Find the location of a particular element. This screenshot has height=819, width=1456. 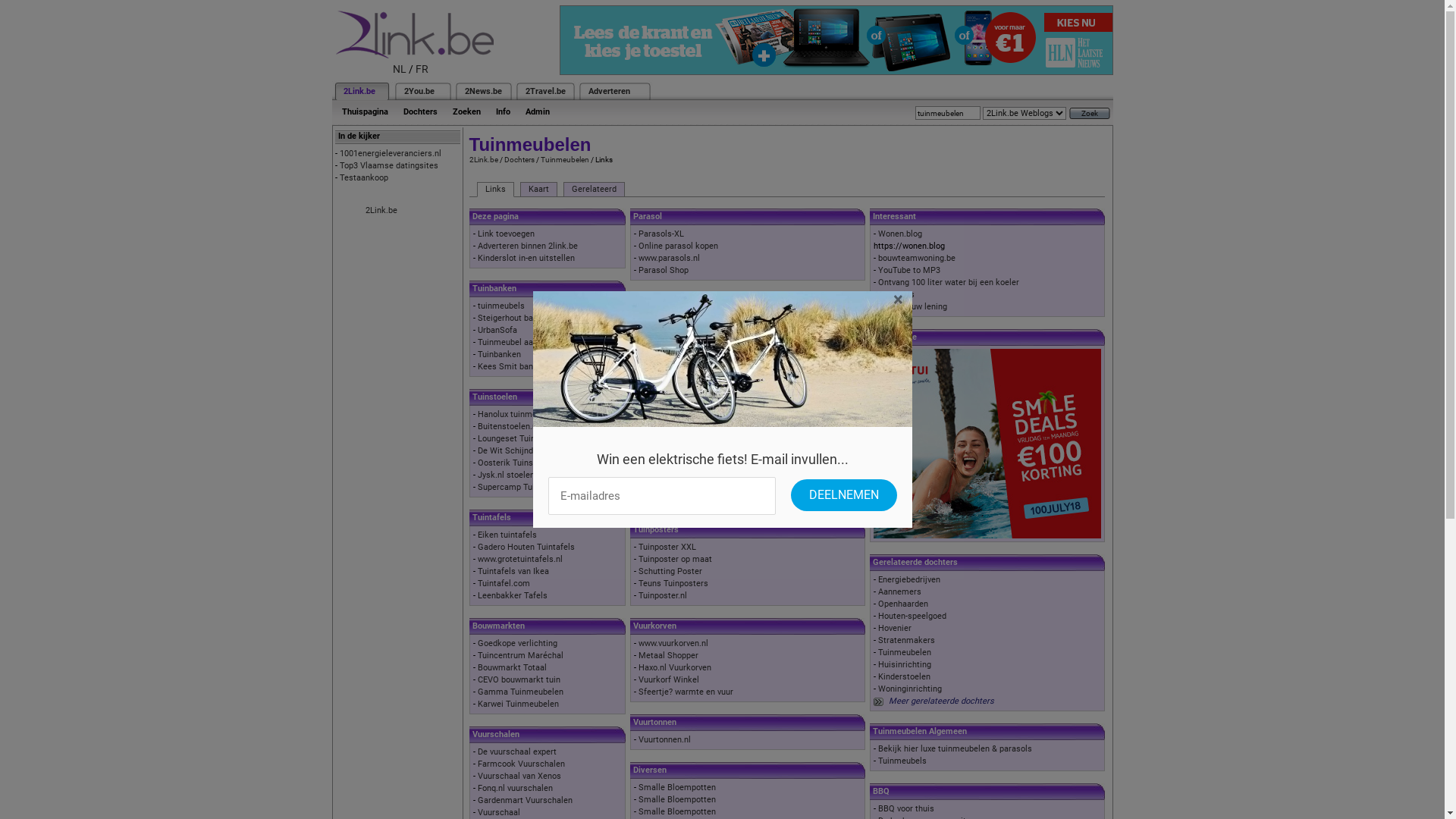

'2News.be' is located at coordinates (482, 91).